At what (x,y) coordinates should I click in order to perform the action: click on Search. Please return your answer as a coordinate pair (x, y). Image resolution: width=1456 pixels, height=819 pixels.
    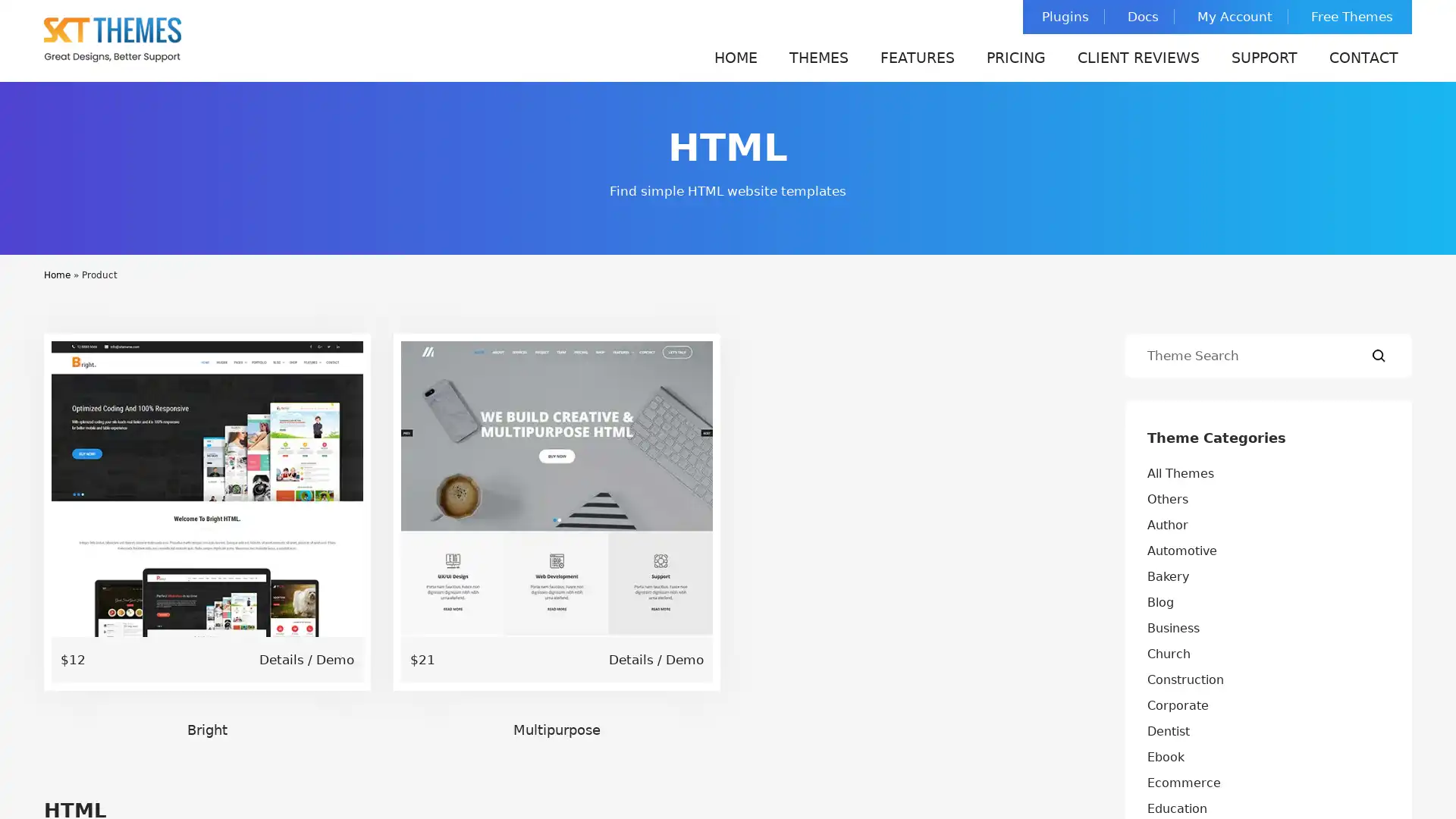
    Looking at the image, I should click on (1379, 356).